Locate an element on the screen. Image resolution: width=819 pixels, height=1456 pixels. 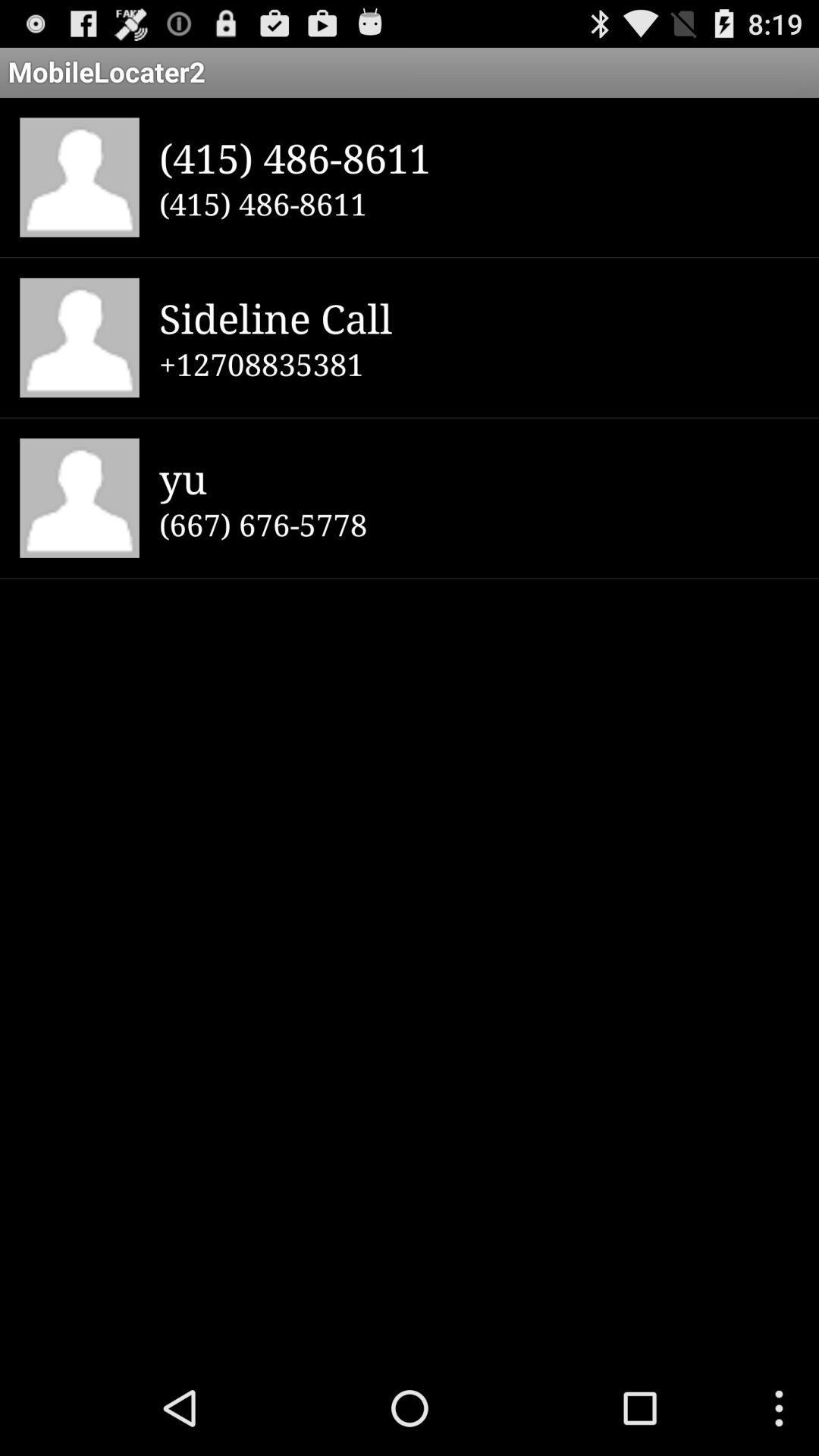
(667) 676-5778 app is located at coordinates (479, 524).